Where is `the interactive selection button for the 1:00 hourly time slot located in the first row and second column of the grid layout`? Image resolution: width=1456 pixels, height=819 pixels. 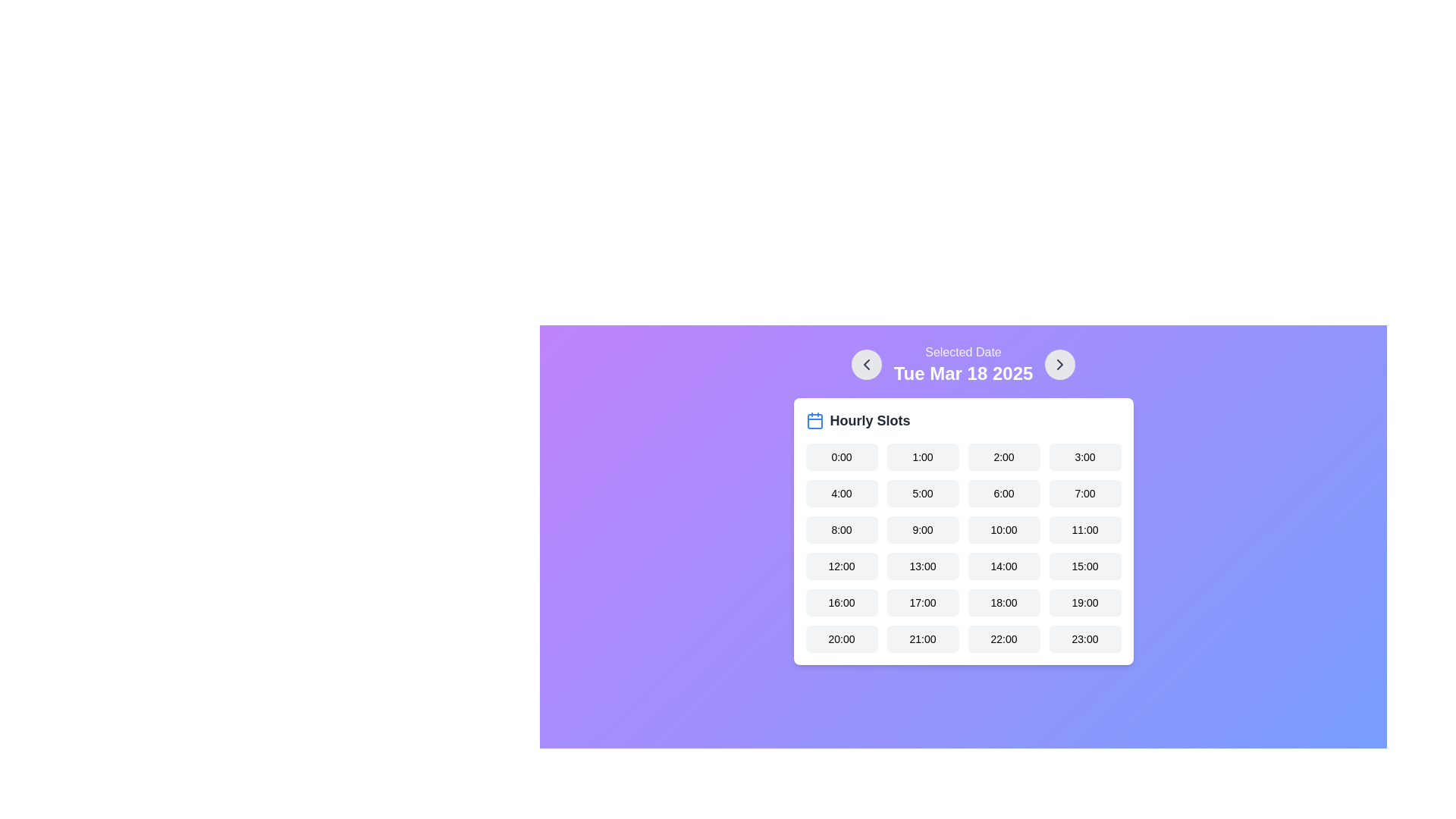 the interactive selection button for the 1:00 hourly time slot located in the first row and second column of the grid layout is located at coordinates (922, 456).